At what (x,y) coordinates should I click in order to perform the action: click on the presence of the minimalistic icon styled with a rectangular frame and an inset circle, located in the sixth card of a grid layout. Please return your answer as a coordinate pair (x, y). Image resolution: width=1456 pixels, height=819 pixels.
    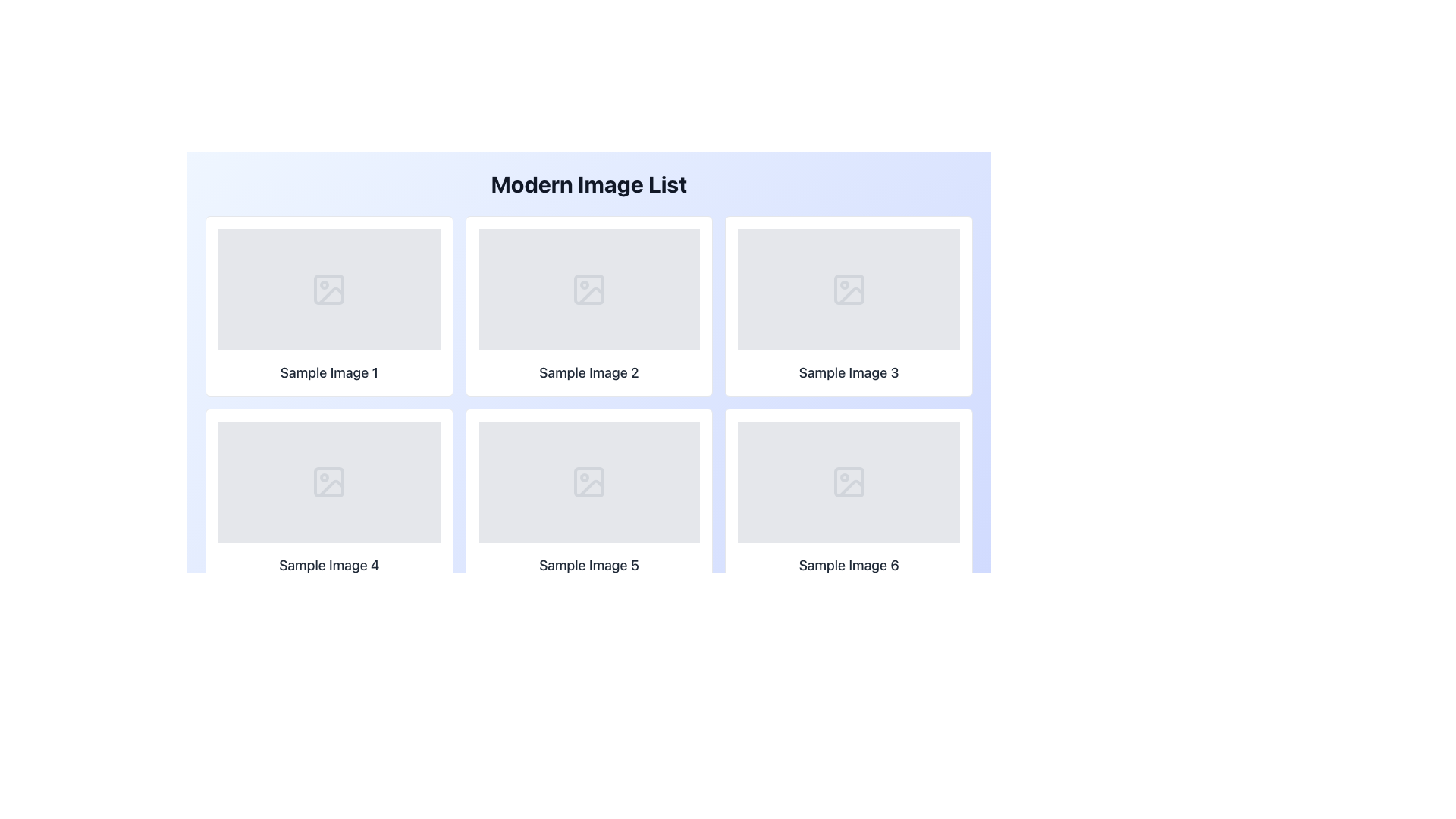
    Looking at the image, I should click on (848, 482).